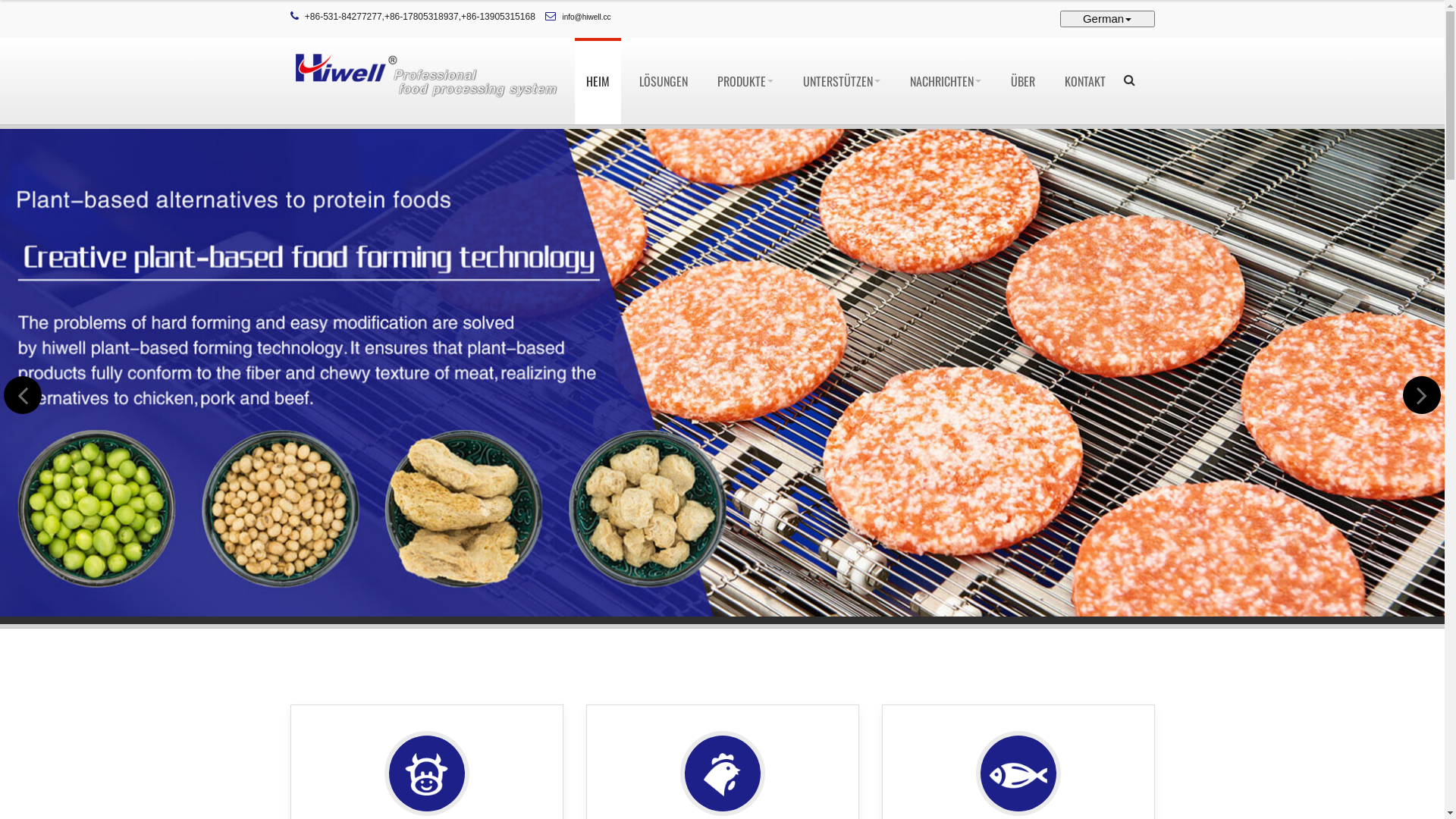 The image size is (1456, 819). I want to click on 'HEIM', so click(597, 81).